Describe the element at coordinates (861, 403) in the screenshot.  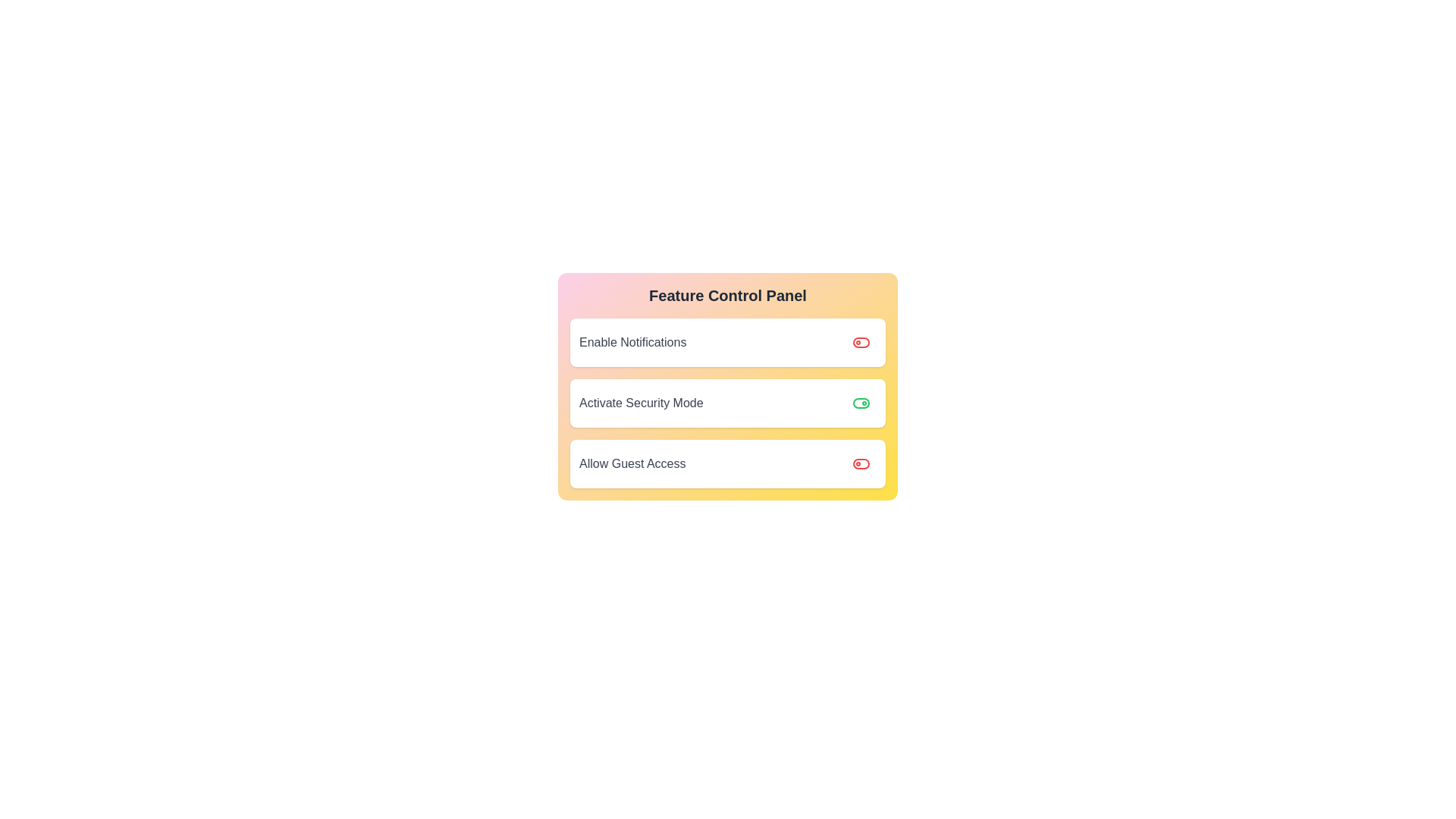
I see `the toggle switch within the 'Activate Security Mode' card layout to turn the security mode on or off` at that location.